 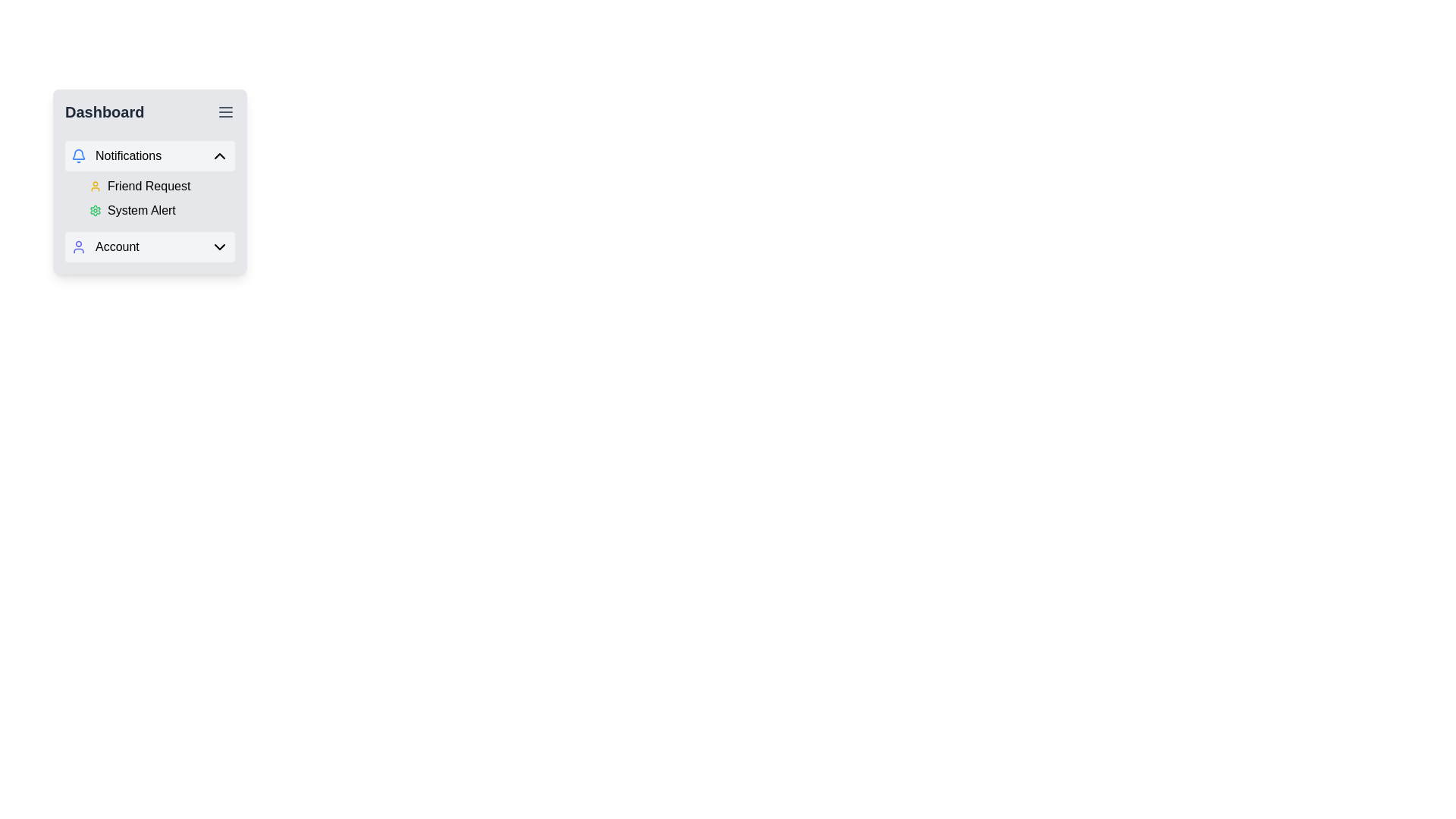 I want to click on the menu icon located in the top-right corner of the sidebar labeled 'Dashboard', so click(x=224, y=111).